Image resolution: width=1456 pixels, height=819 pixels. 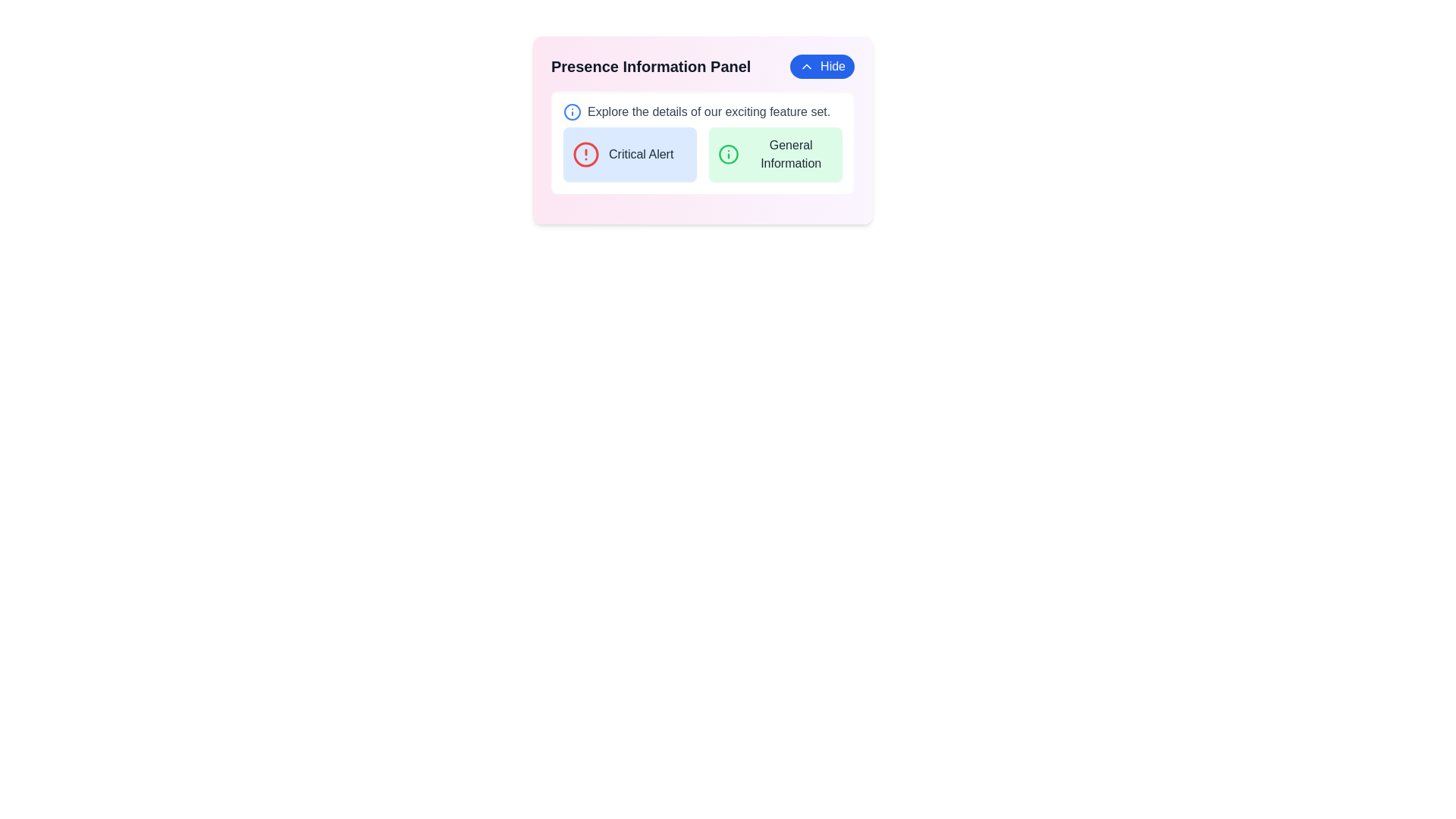 What do you see at coordinates (629, 155) in the screenshot?
I see `the alert by clicking on the Button-like indicator, which is the first element in a group and positioned to the left of 'General Information'` at bounding box center [629, 155].